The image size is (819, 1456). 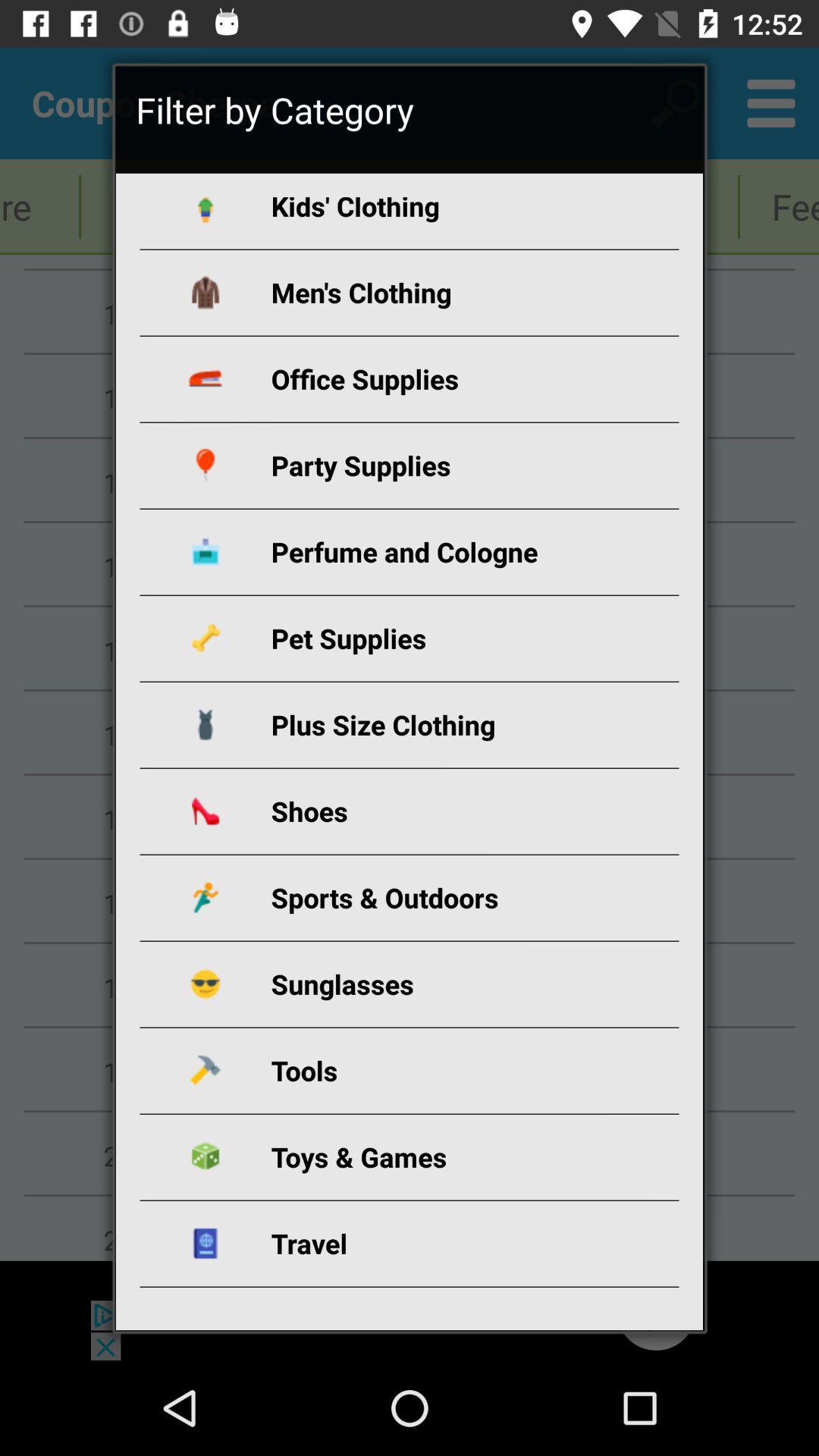 What do you see at coordinates (427, 897) in the screenshot?
I see `icon below the shoes app` at bounding box center [427, 897].